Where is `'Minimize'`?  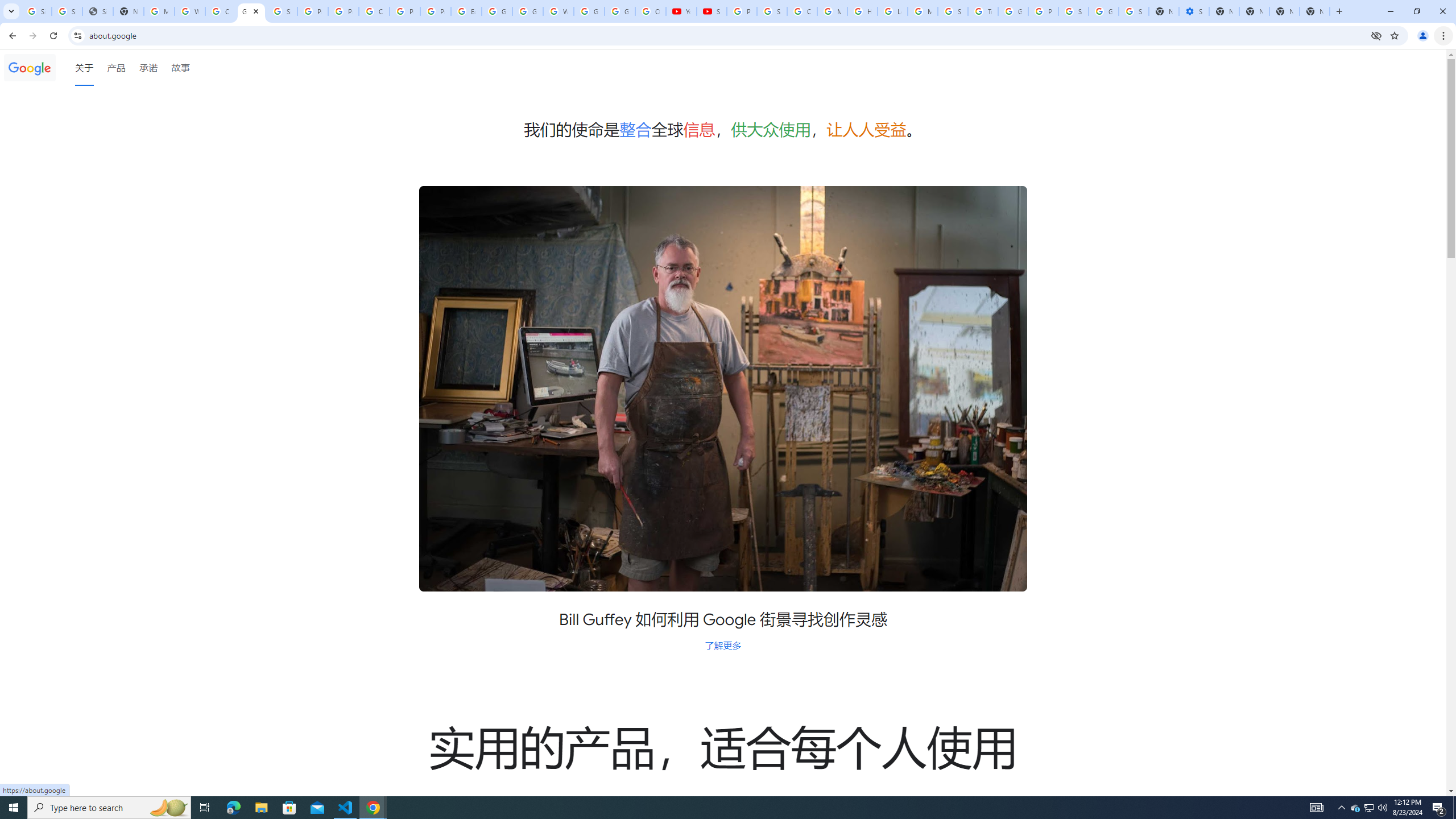 'Minimize' is located at coordinates (1389, 11).